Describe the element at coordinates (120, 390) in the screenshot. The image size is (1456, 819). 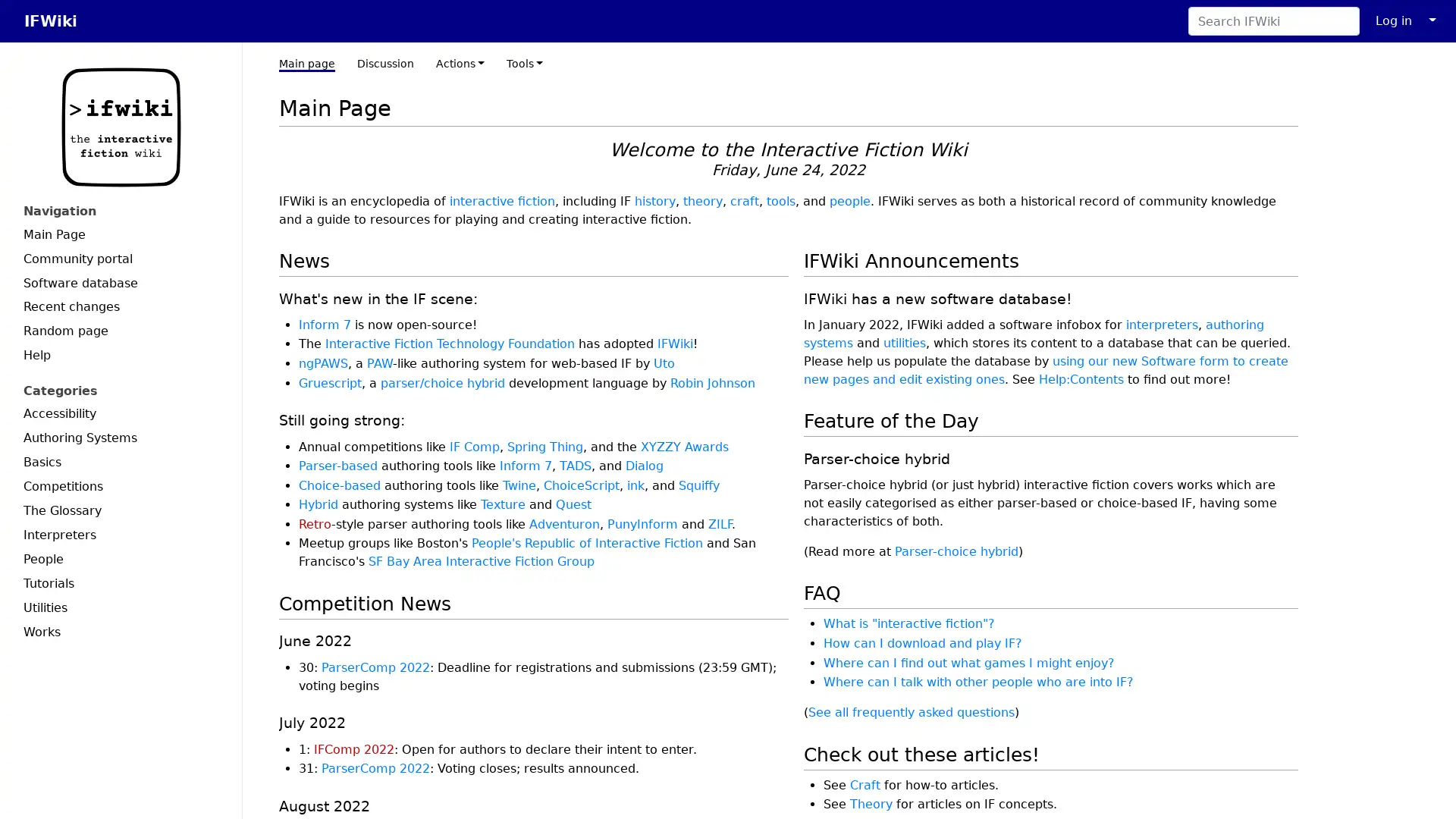
I see `Categories` at that location.